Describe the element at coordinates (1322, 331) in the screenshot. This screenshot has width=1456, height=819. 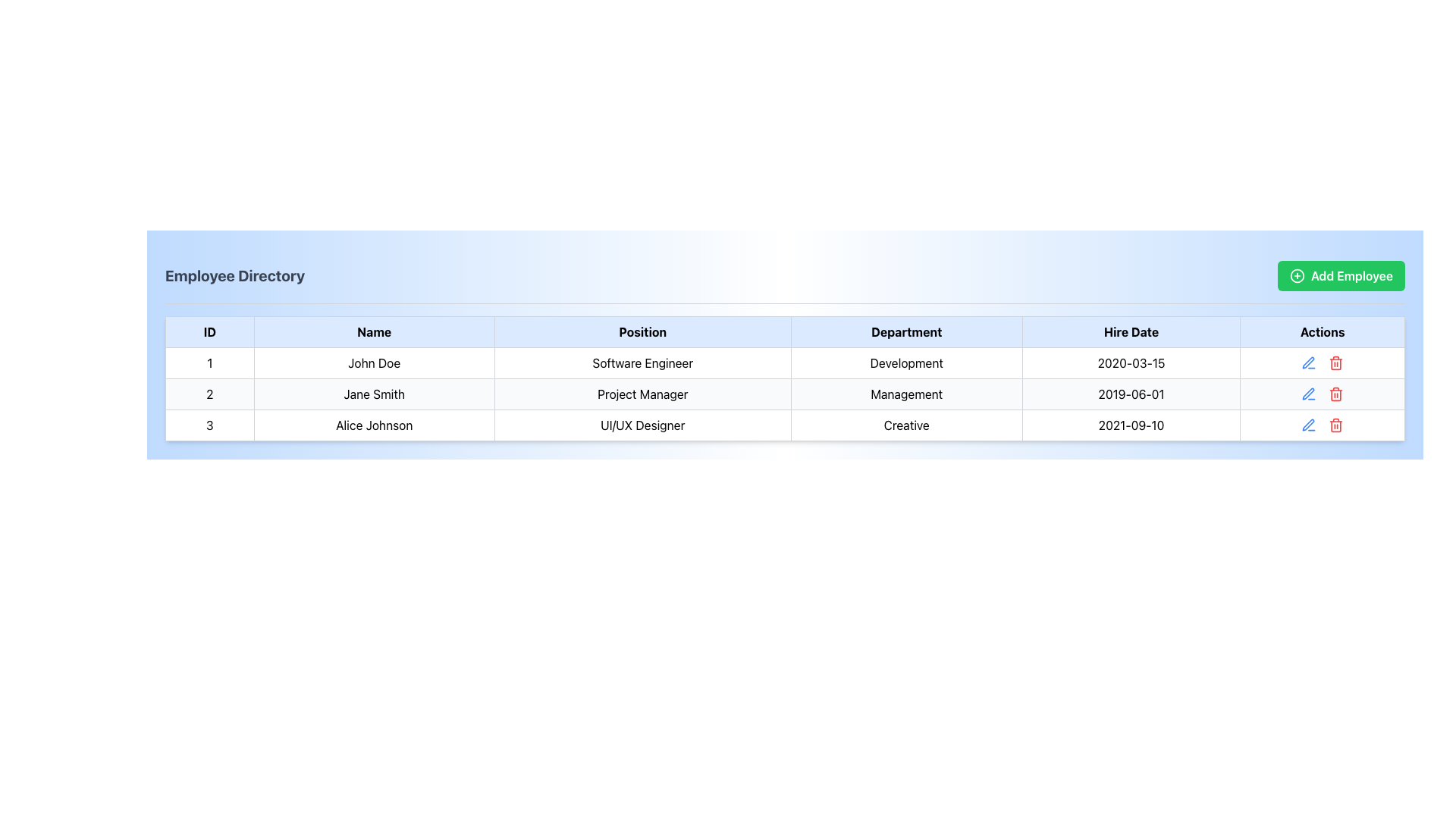
I see `the 'Actions' header cell in the table, which is the sixth header cell located at the far-right of the header row` at that location.